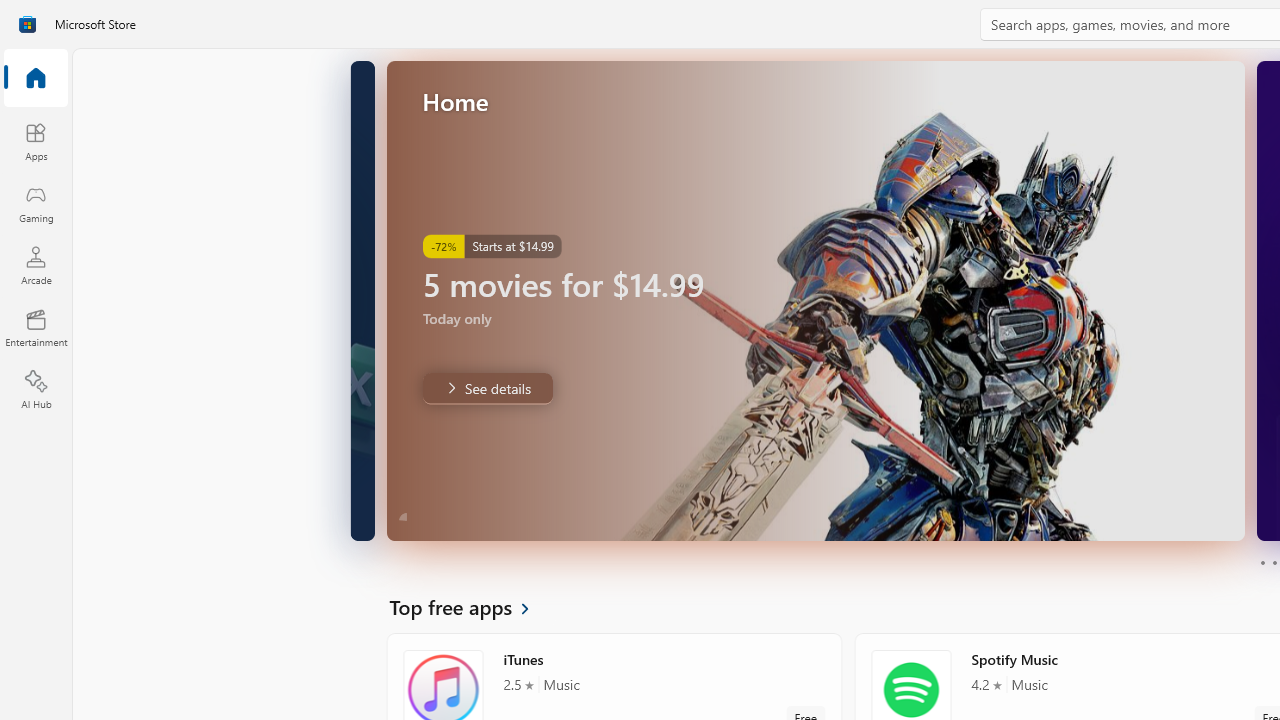 This screenshot has height=720, width=1280. Describe the element at coordinates (470, 605) in the screenshot. I see `'See all  Top free apps'` at that location.